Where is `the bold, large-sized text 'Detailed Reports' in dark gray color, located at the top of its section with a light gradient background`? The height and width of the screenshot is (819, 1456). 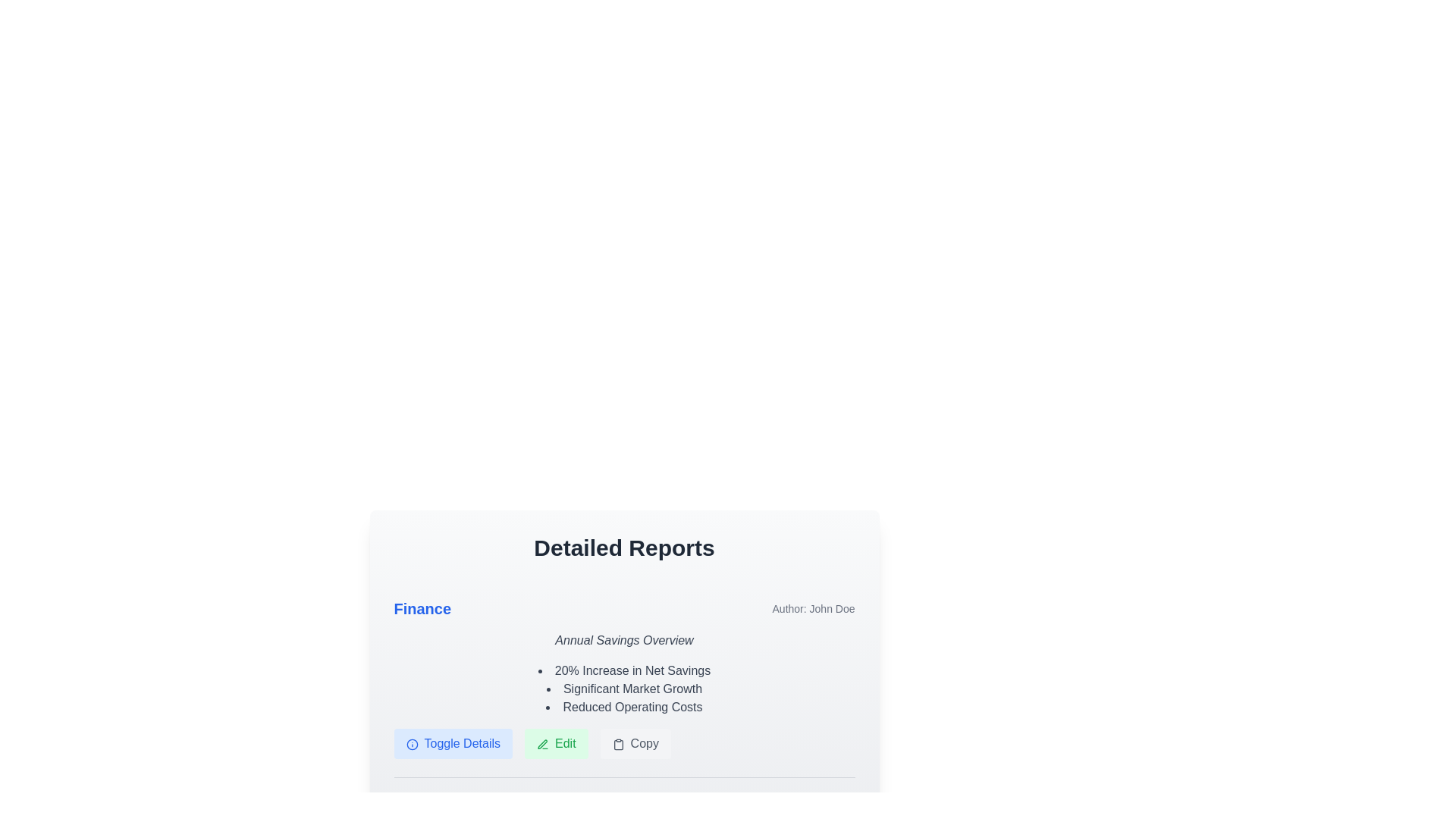 the bold, large-sized text 'Detailed Reports' in dark gray color, located at the top of its section with a light gradient background is located at coordinates (624, 548).